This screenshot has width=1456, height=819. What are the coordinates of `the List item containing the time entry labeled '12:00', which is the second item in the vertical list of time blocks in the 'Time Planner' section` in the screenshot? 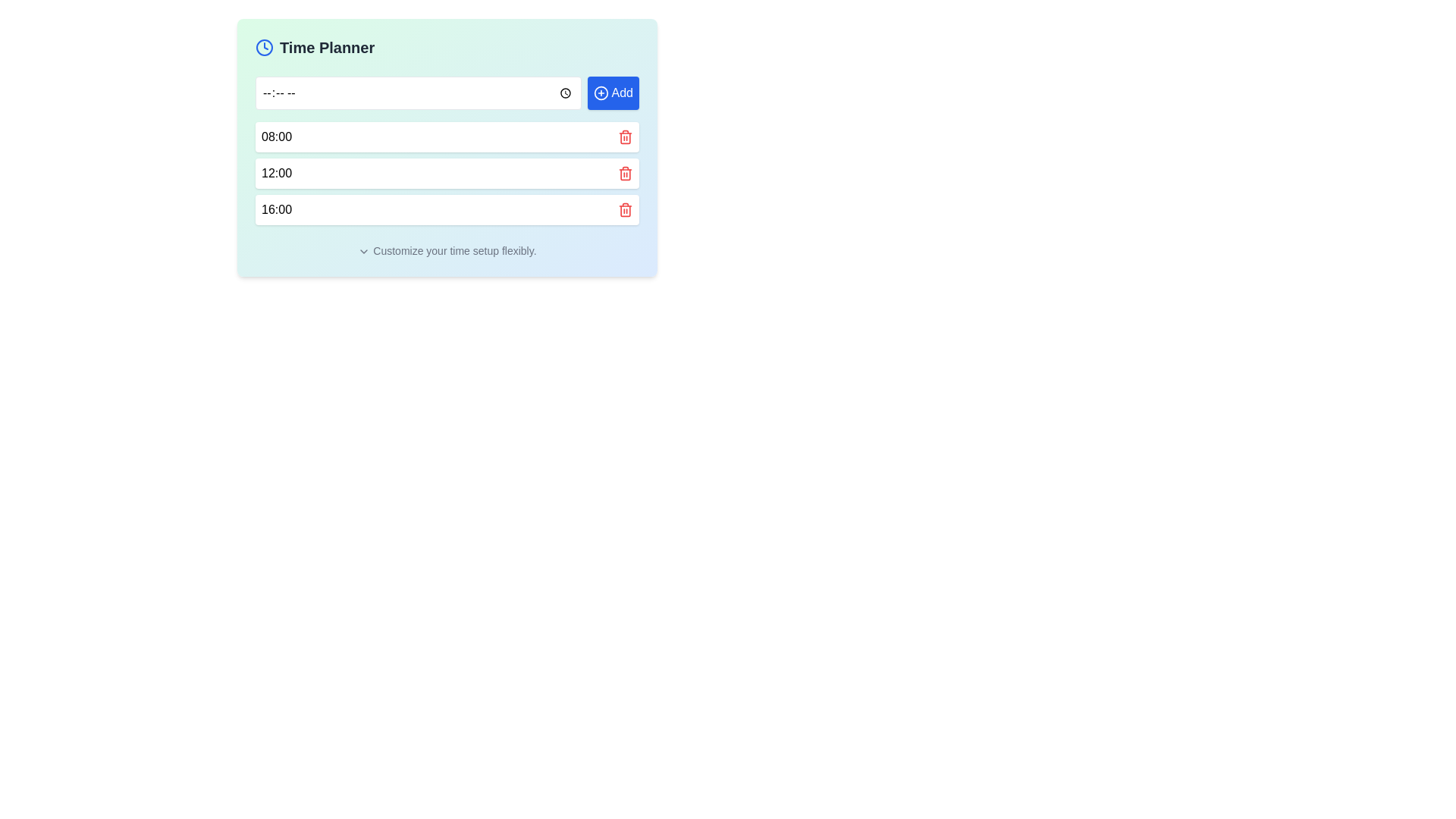 It's located at (447, 172).